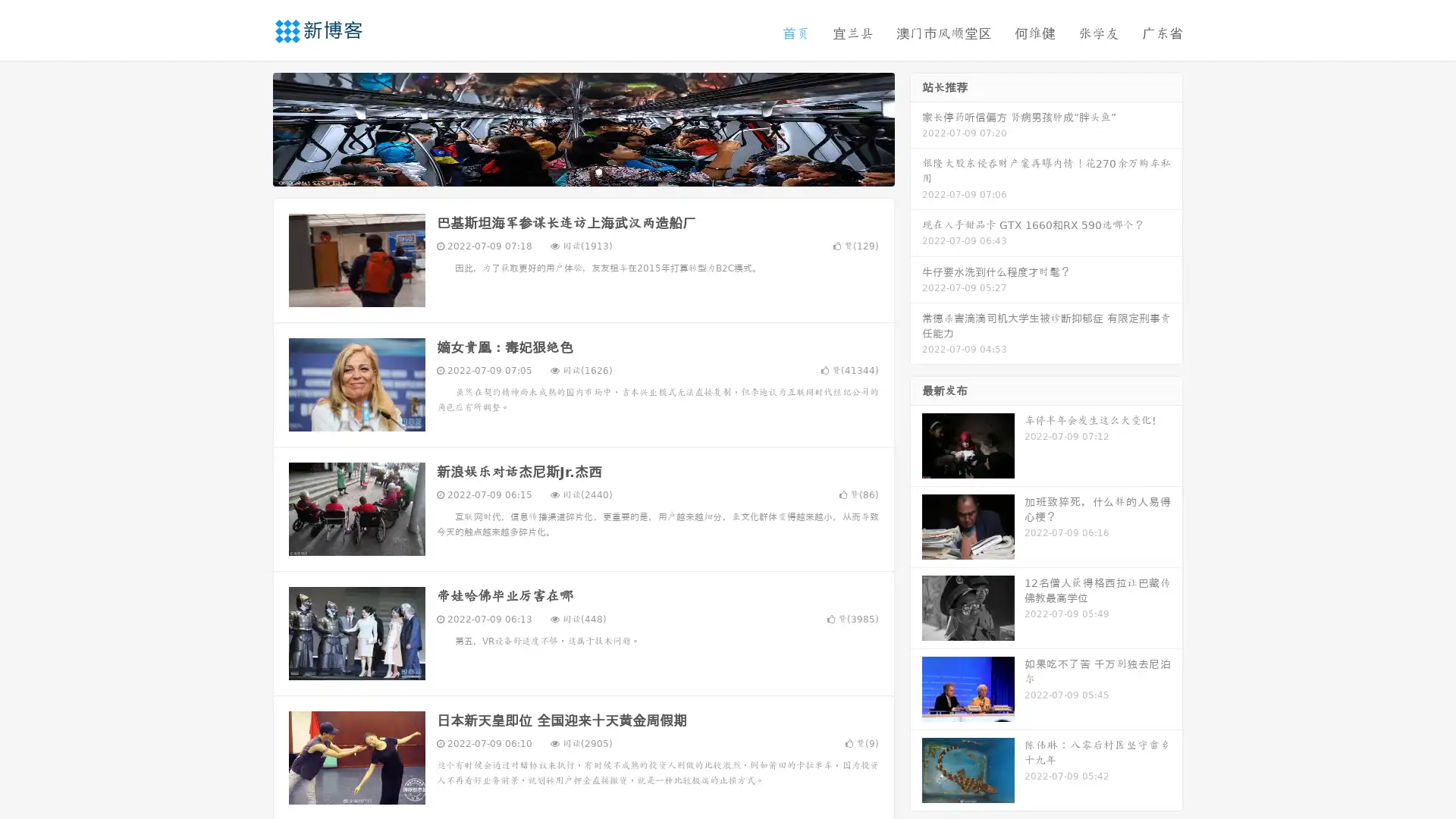  What do you see at coordinates (567, 171) in the screenshot?
I see `Go to slide 1` at bounding box center [567, 171].